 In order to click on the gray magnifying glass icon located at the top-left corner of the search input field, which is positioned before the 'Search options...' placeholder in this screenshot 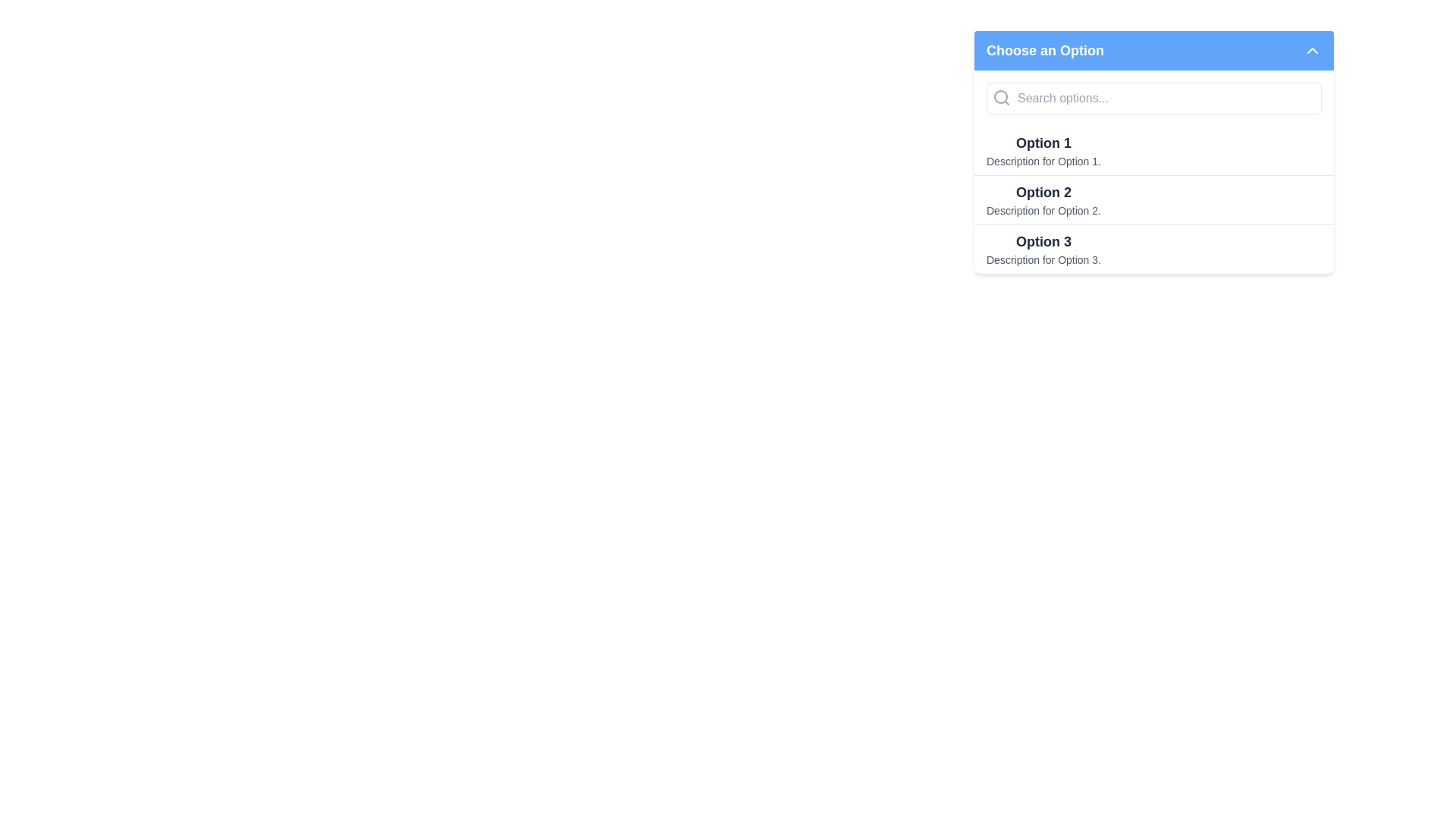, I will do `click(1001, 97)`.